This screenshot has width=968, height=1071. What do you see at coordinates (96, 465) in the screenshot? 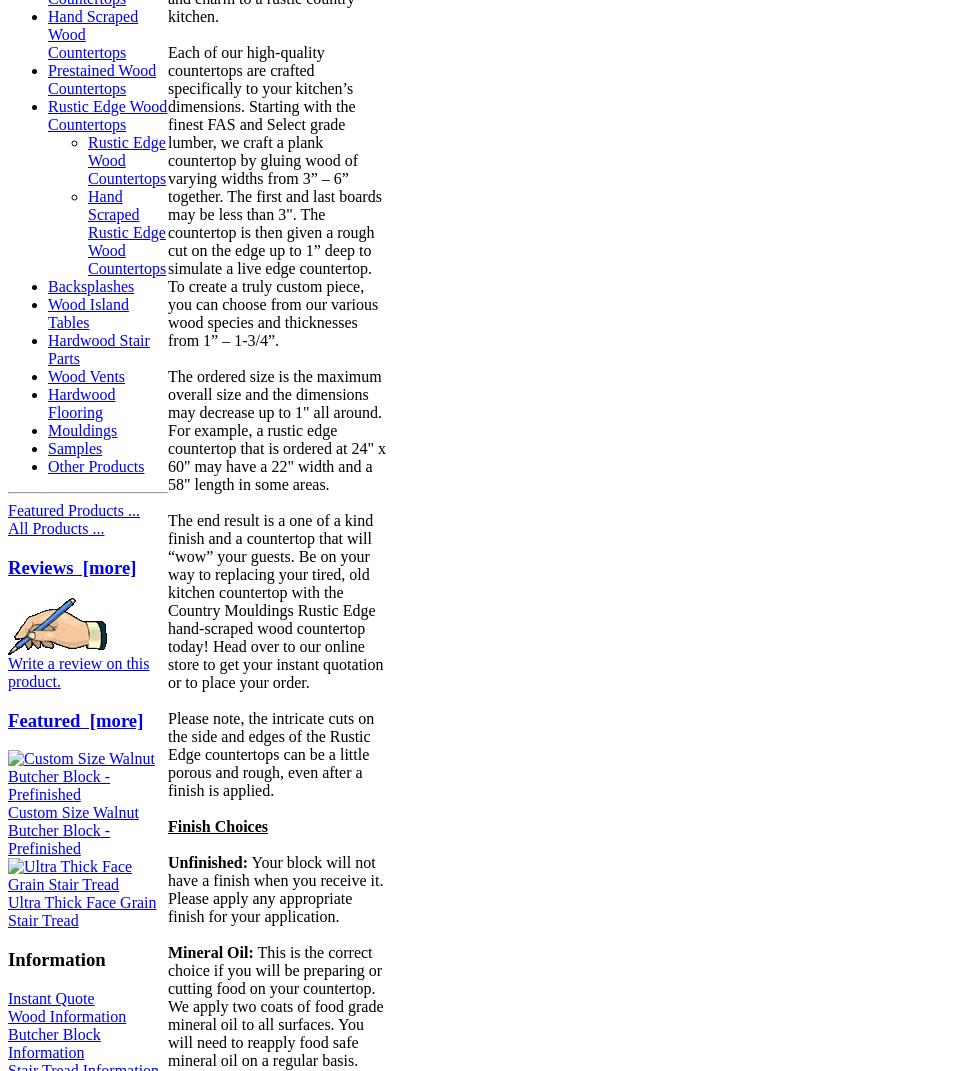
I see `'Other Products'` at bounding box center [96, 465].